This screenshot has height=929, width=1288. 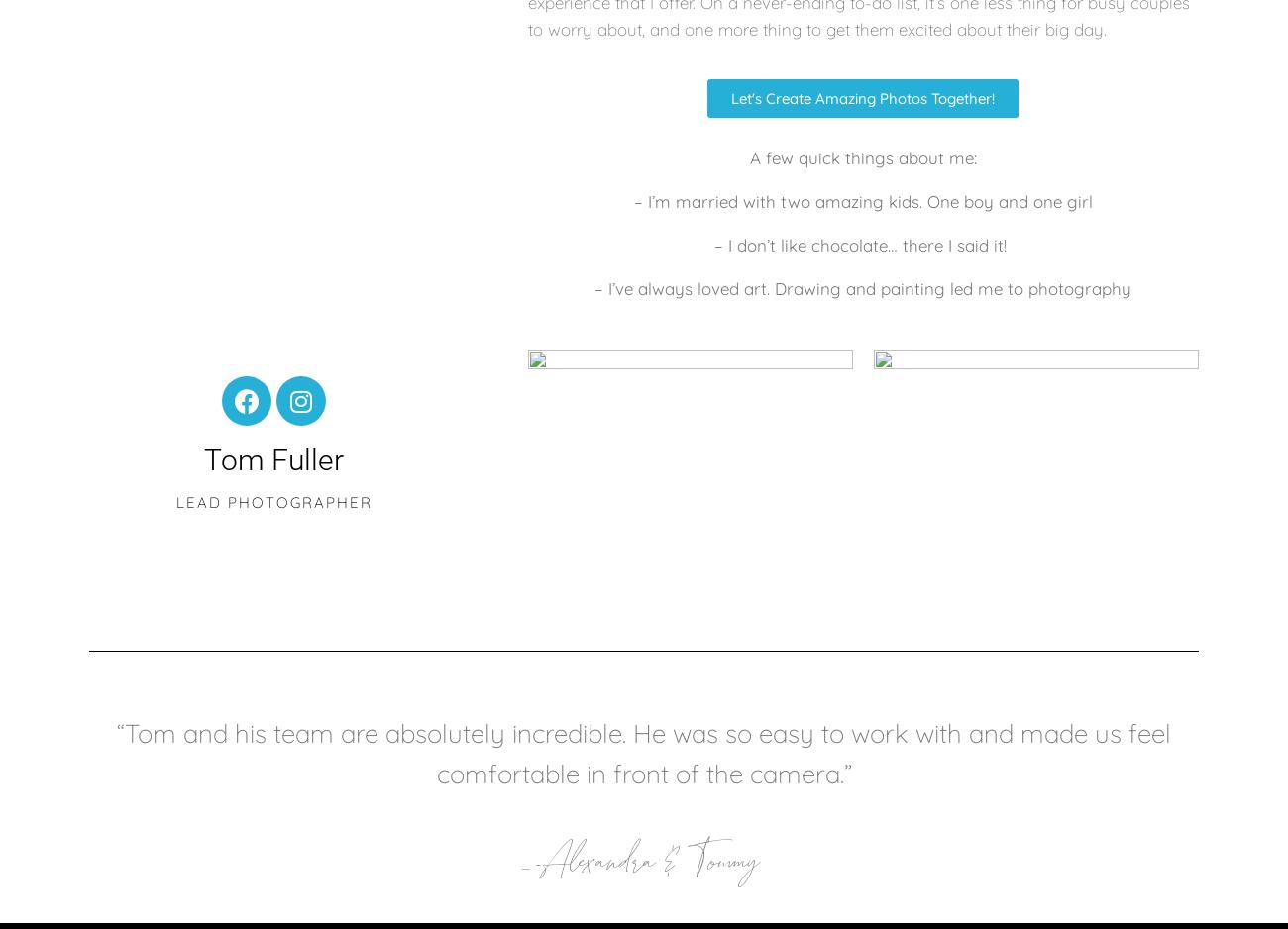 I want to click on '– I don’t like chocolate… there I said it!', so click(x=862, y=244).